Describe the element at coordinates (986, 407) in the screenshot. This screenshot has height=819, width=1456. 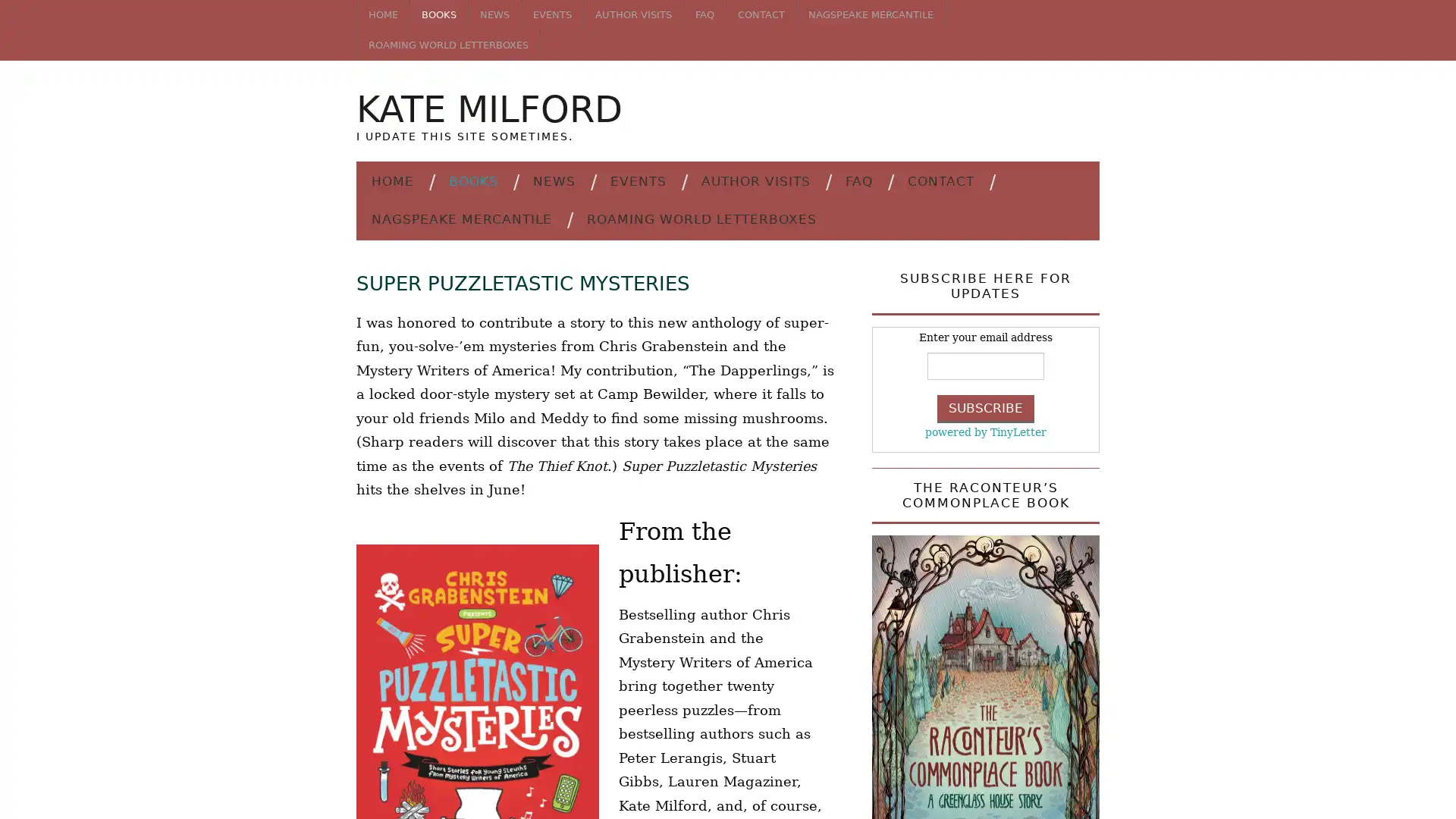
I see `Subscribe` at that location.